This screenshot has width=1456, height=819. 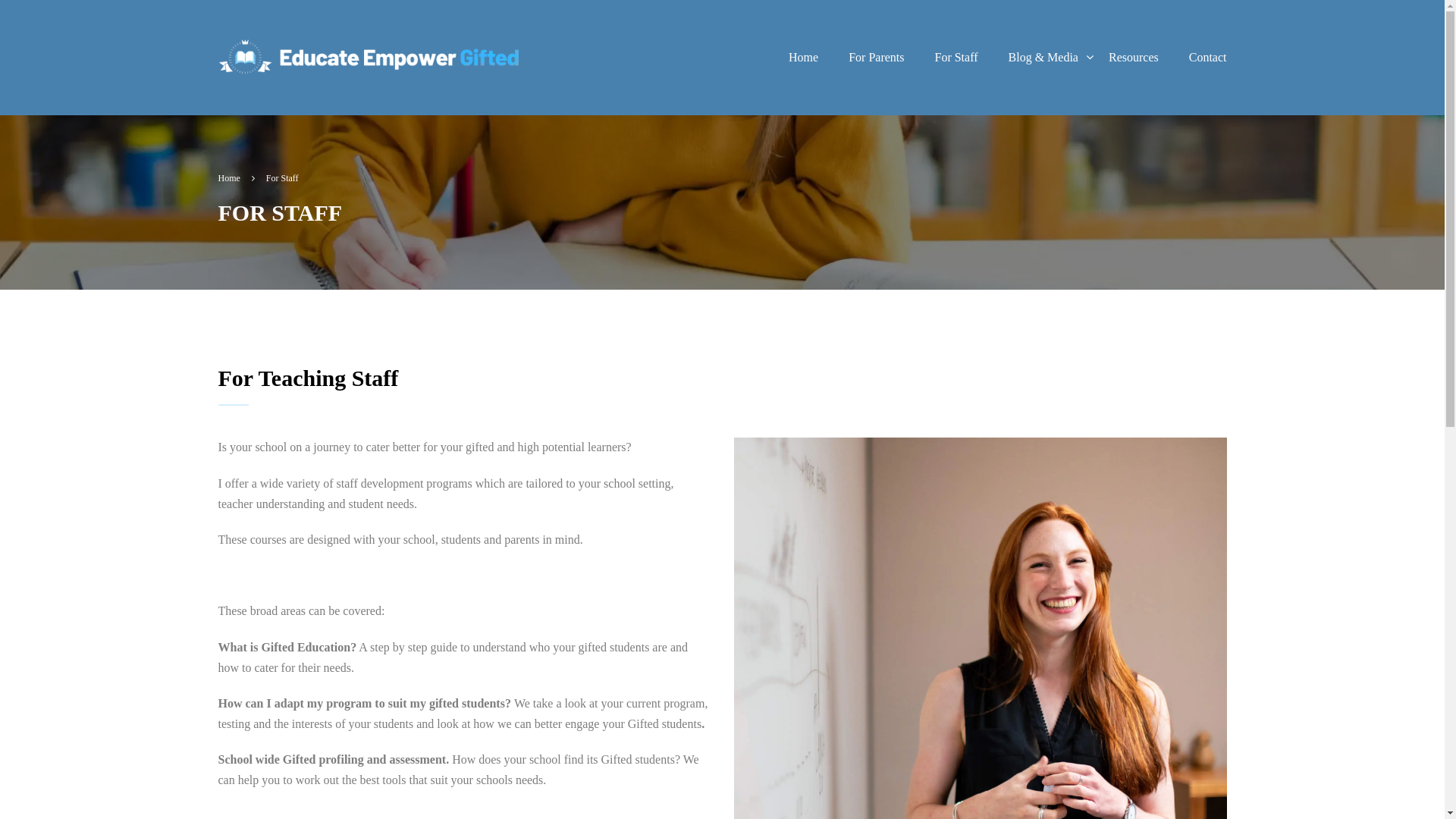 What do you see at coordinates (1173, 57) in the screenshot?
I see `'Contact'` at bounding box center [1173, 57].